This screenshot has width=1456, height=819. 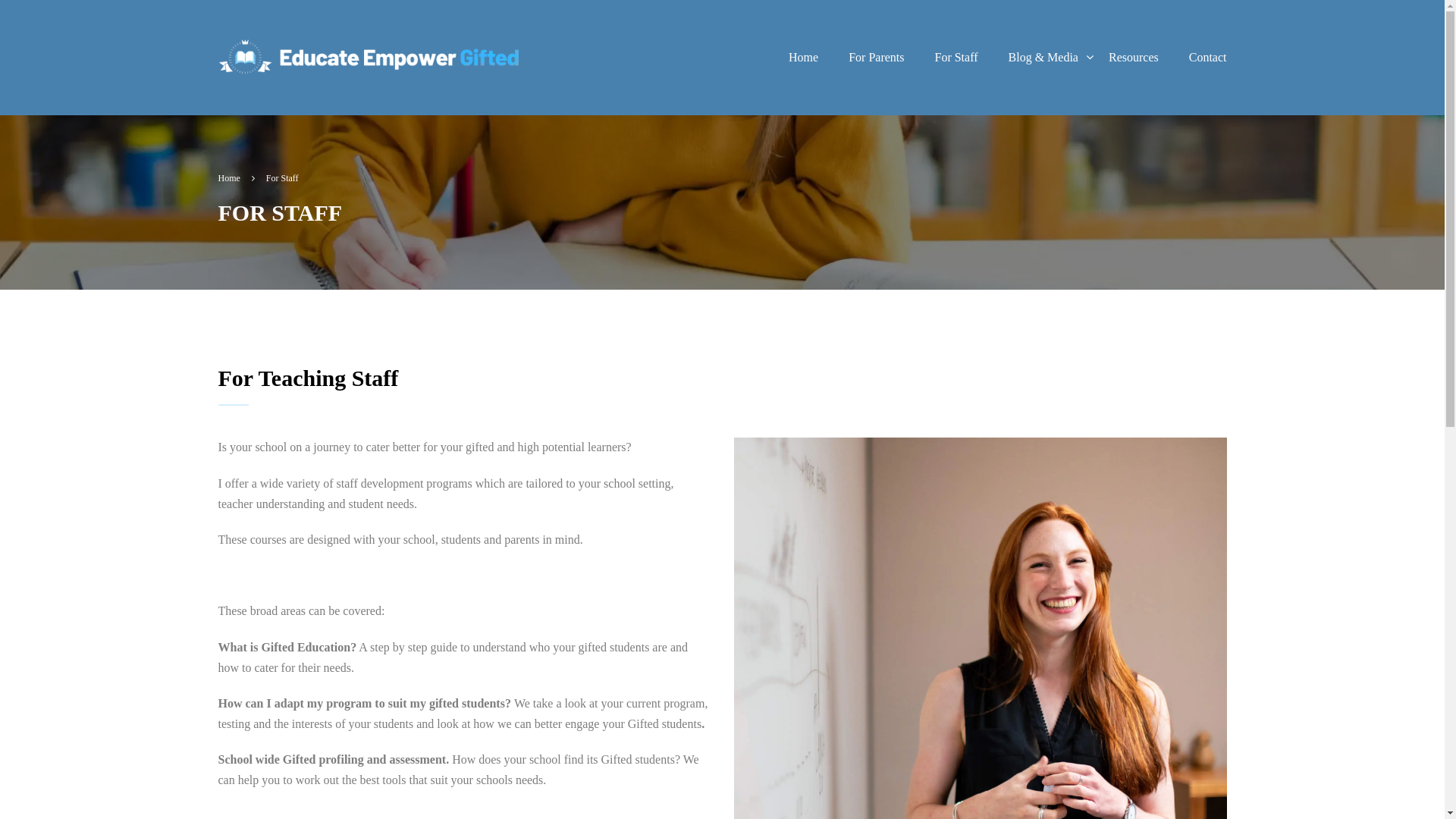 What do you see at coordinates (1173, 57) in the screenshot?
I see `'Contact'` at bounding box center [1173, 57].